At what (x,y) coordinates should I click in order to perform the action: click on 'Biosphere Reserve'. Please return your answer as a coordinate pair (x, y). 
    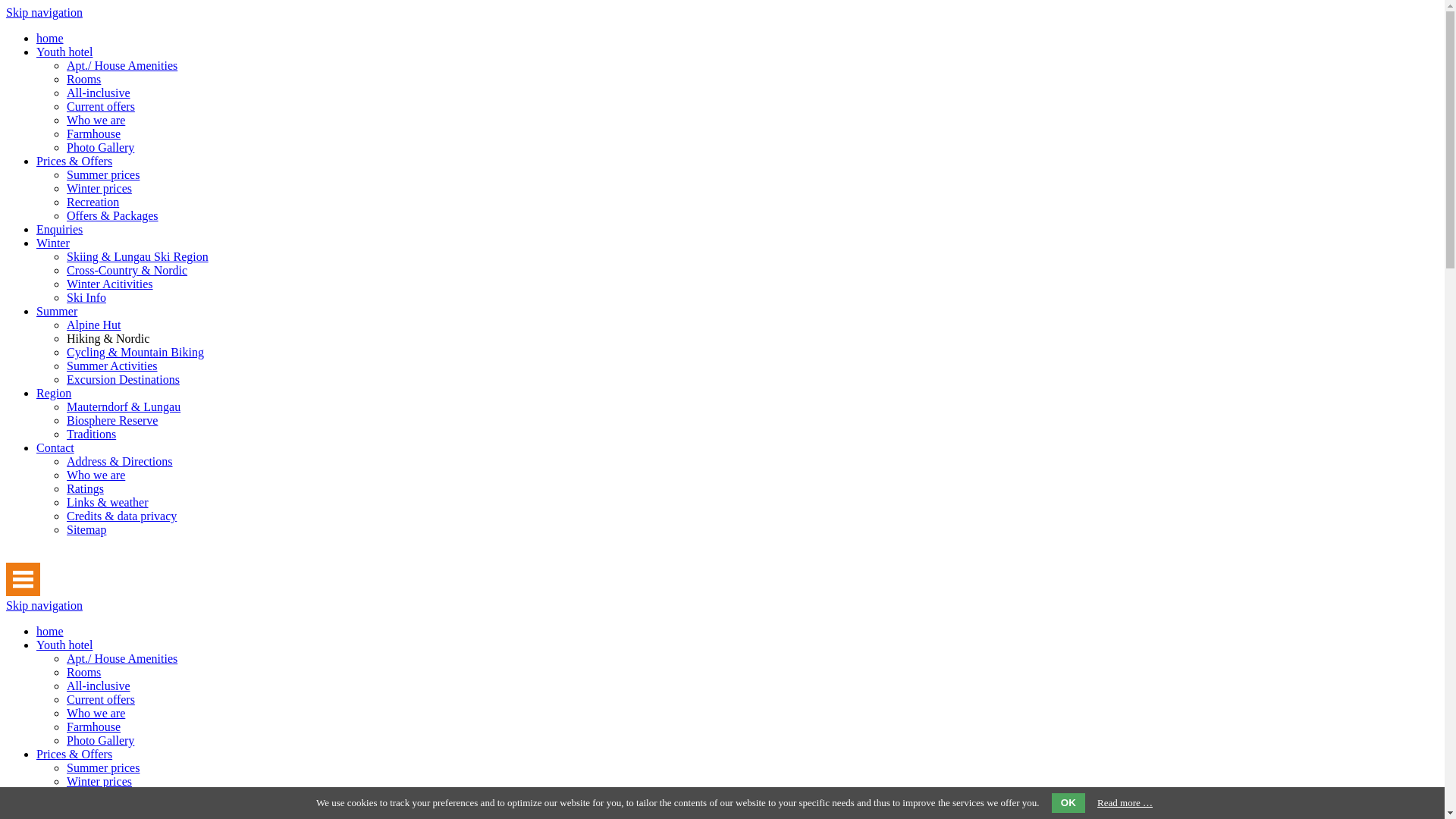
    Looking at the image, I should click on (111, 420).